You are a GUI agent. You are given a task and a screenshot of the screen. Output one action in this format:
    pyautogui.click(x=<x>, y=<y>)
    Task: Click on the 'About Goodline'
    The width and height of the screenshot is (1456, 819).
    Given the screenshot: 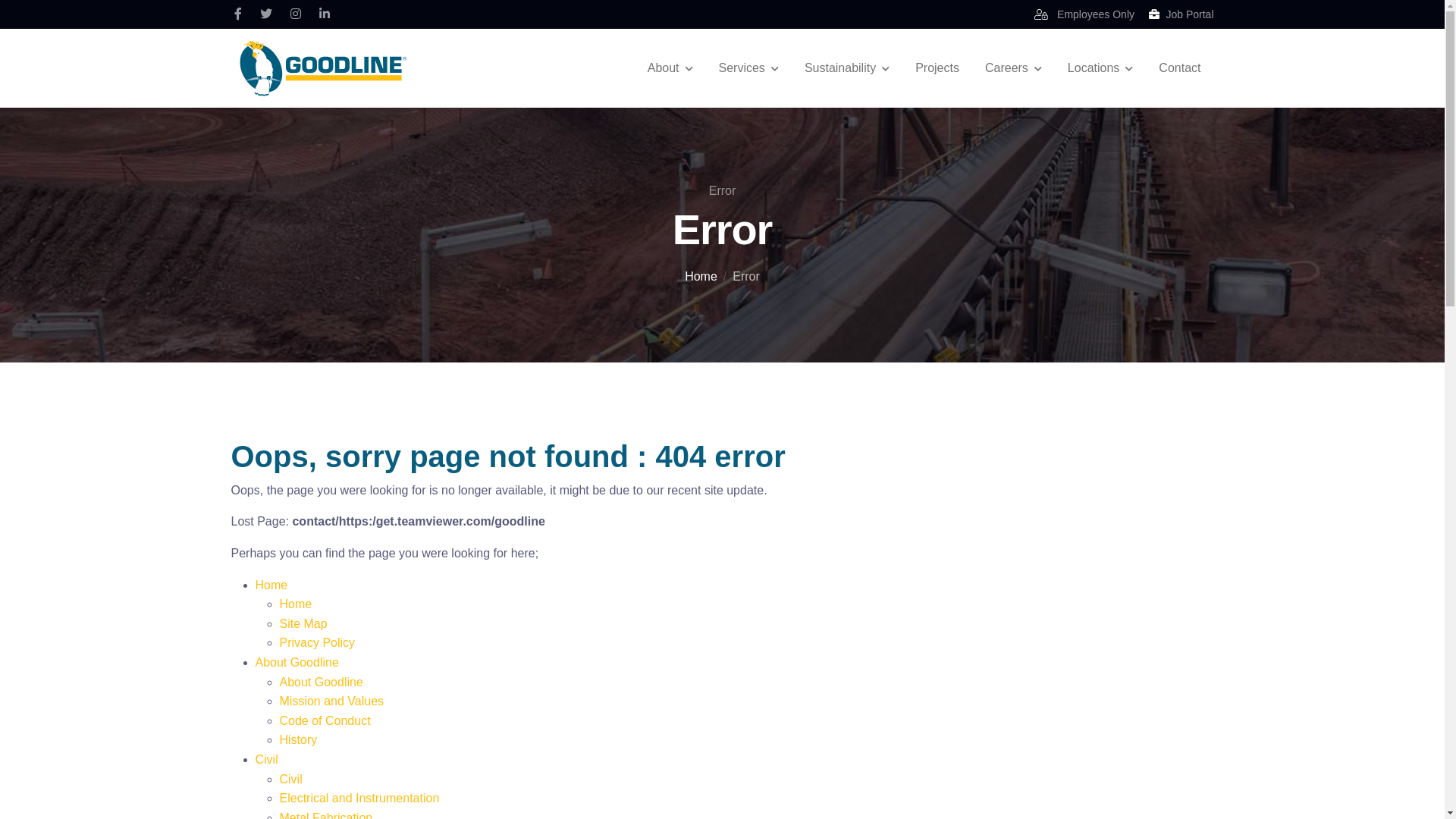 What is the action you would take?
    pyautogui.click(x=319, y=681)
    